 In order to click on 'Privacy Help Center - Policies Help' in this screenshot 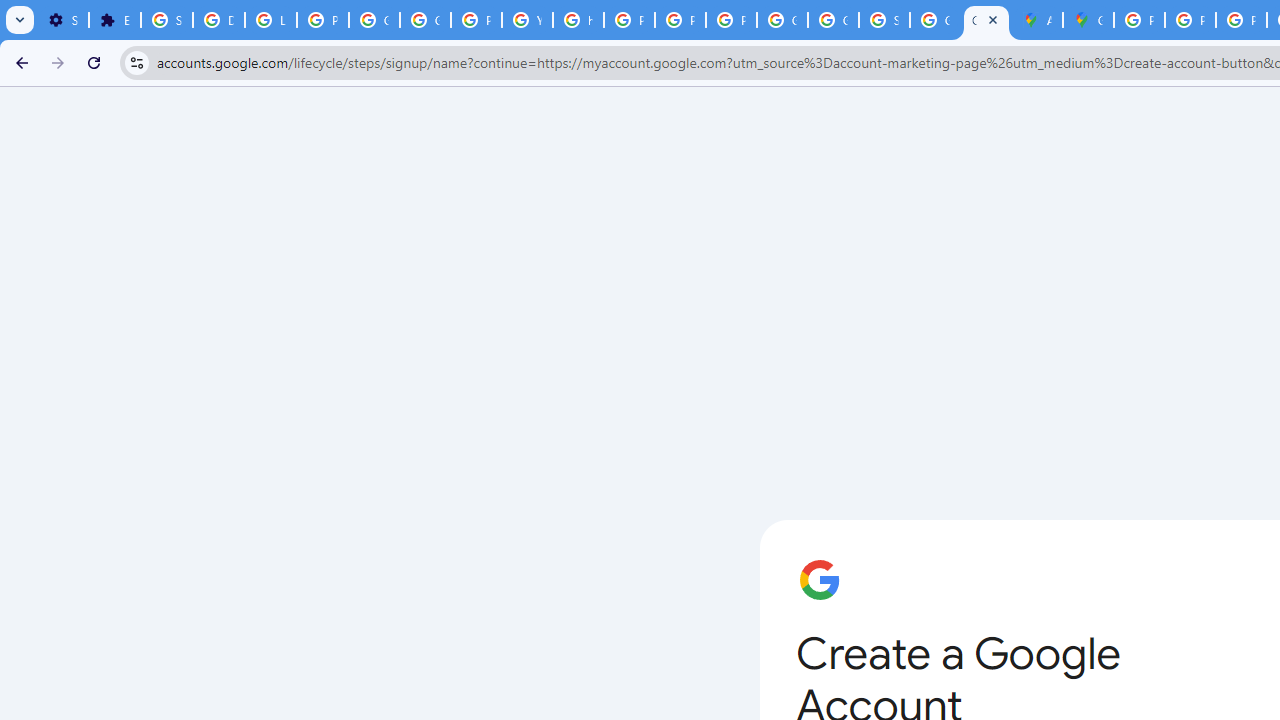, I will do `click(1190, 20)`.